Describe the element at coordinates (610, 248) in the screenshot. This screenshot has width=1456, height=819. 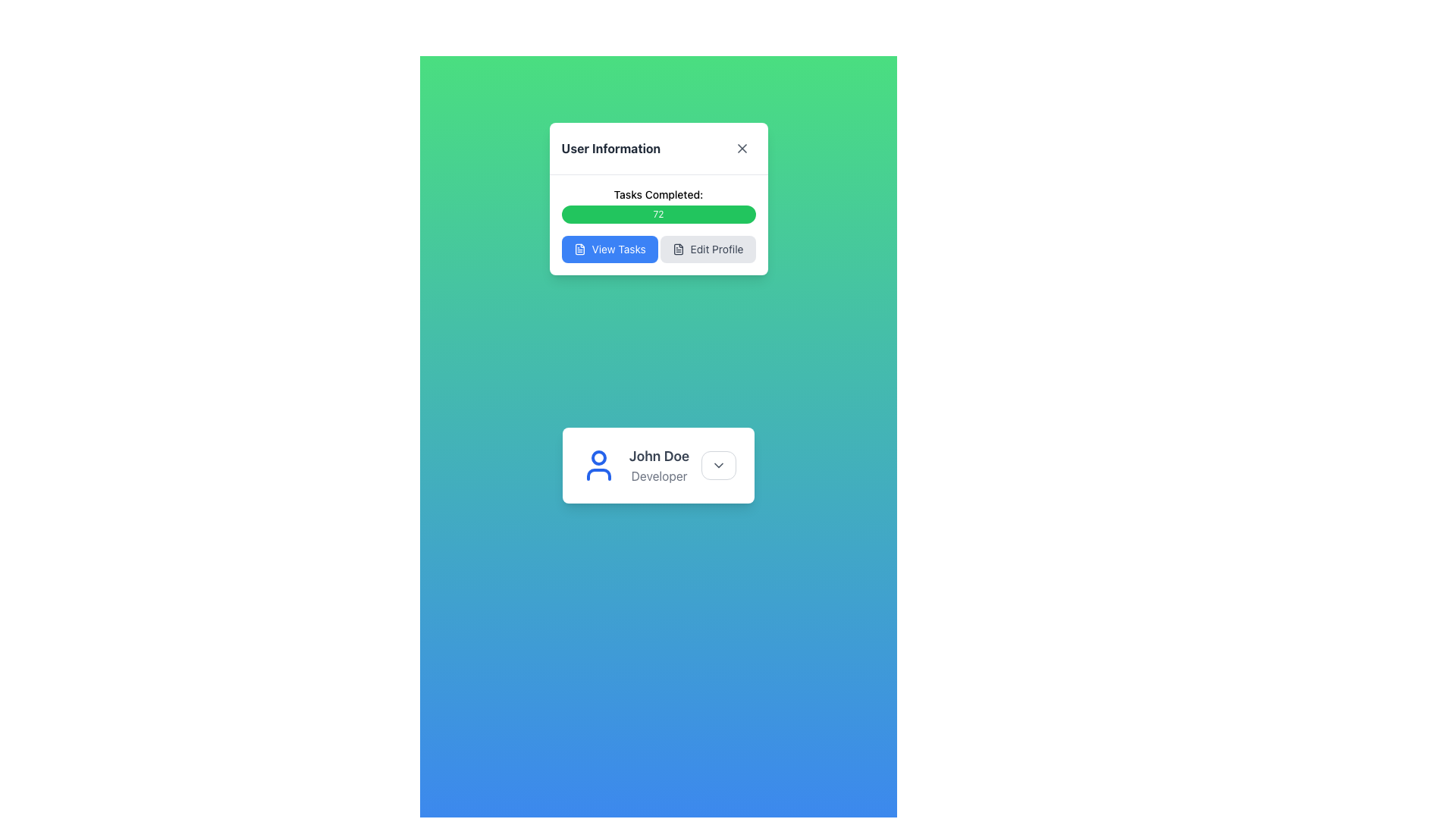
I see `the blue button labeled 'View Tasks' to activate the hover effect` at that location.